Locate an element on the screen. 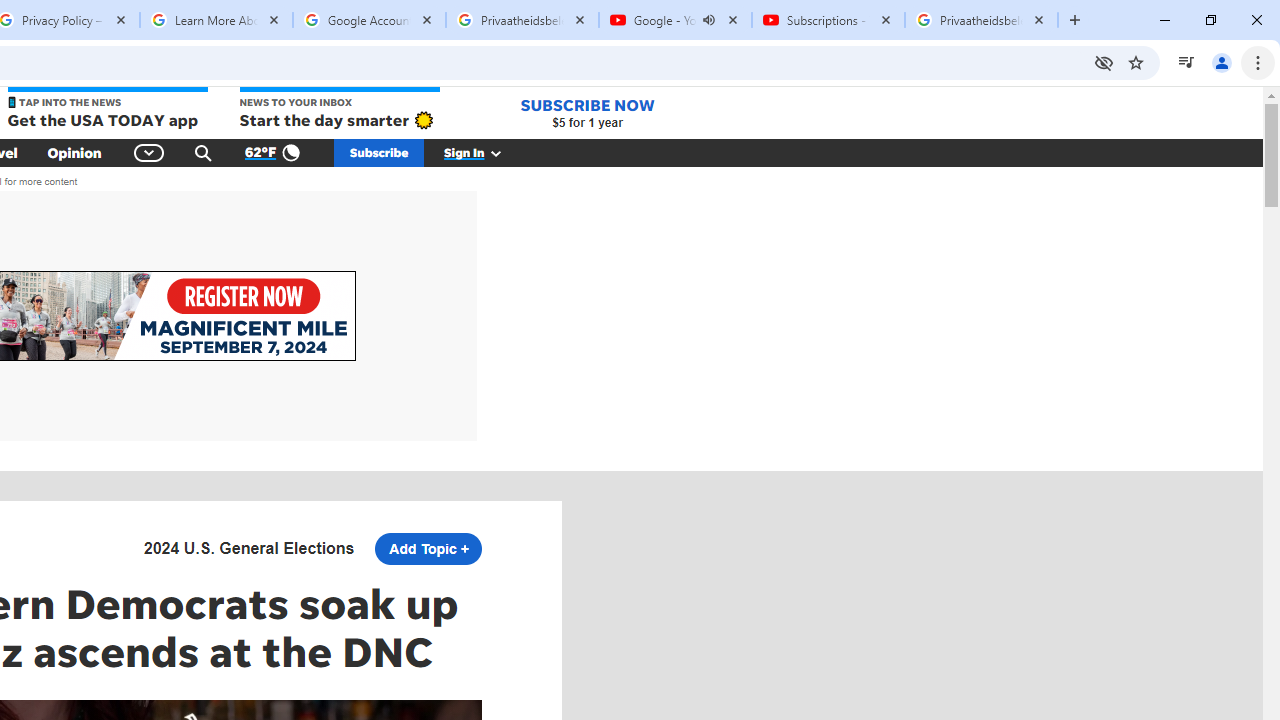  'Search' is located at coordinates (203, 152).